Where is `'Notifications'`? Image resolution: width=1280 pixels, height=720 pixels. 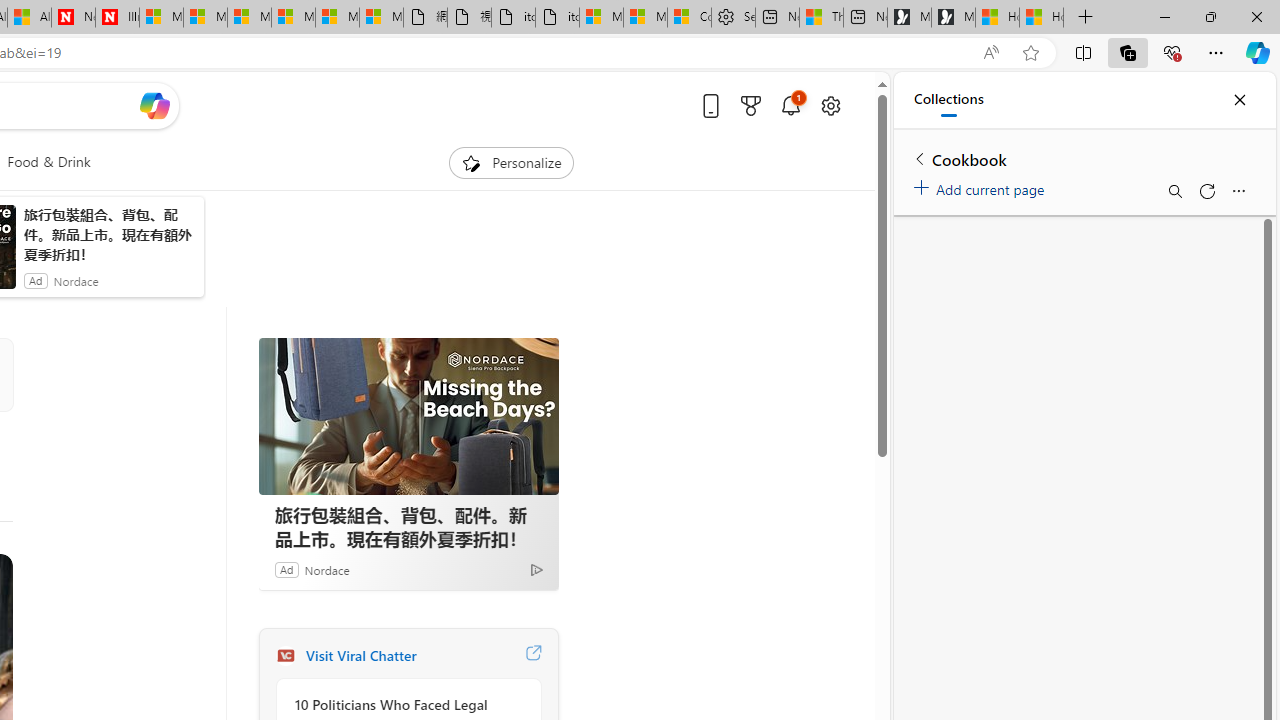 'Notifications' is located at coordinates (790, 105).